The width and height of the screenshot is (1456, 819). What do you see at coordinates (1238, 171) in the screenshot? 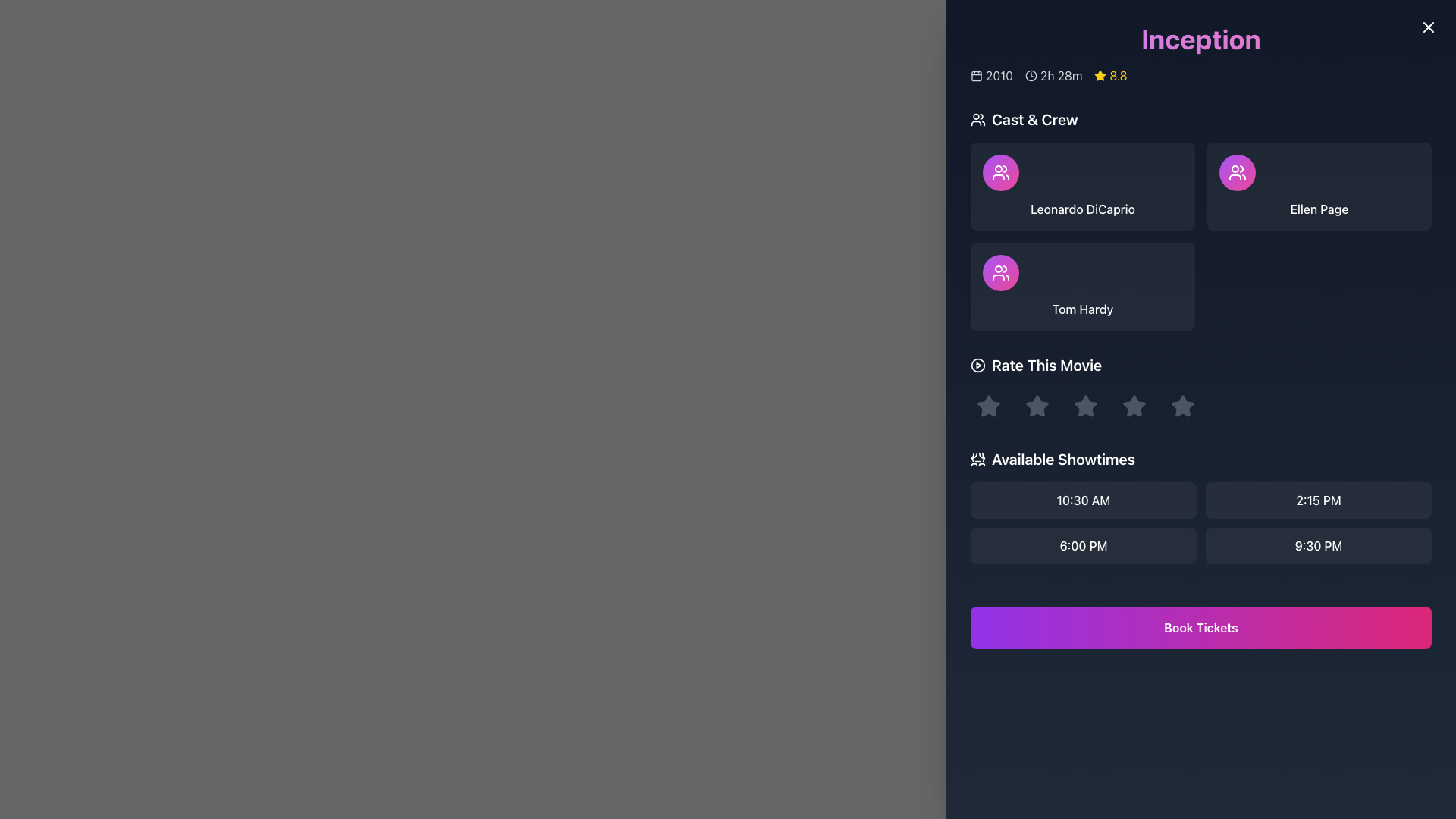
I see `the group icon in the top-right section of the interface, which features two rounded profiles on a pink/purple gradient circular background, located to the left of the 'Cast & Crew' title text` at bounding box center [1238, 171].